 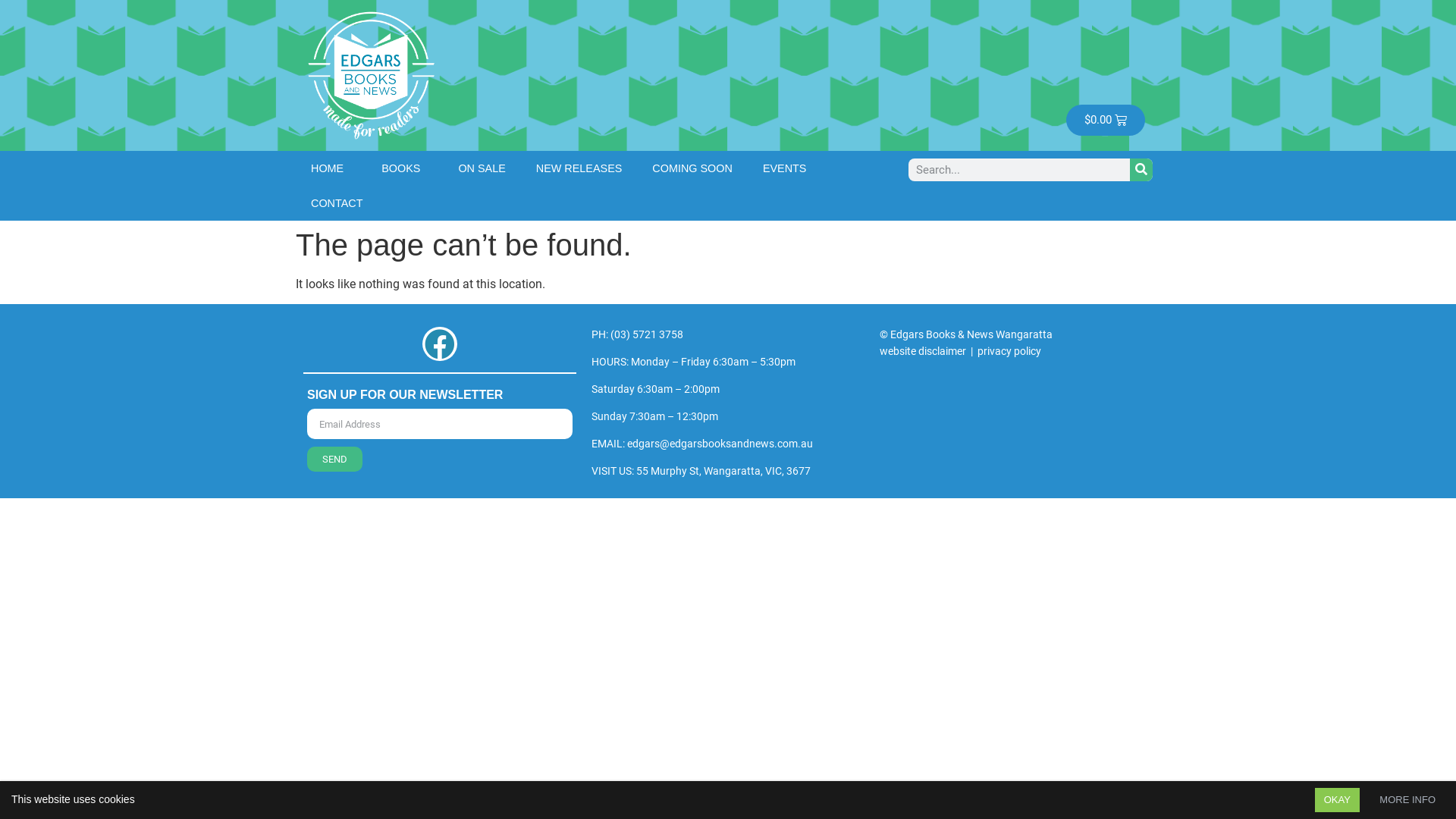 I want to click on 'edgars@edgarsbooksandnews.com.au', so click(x=626, y=444).